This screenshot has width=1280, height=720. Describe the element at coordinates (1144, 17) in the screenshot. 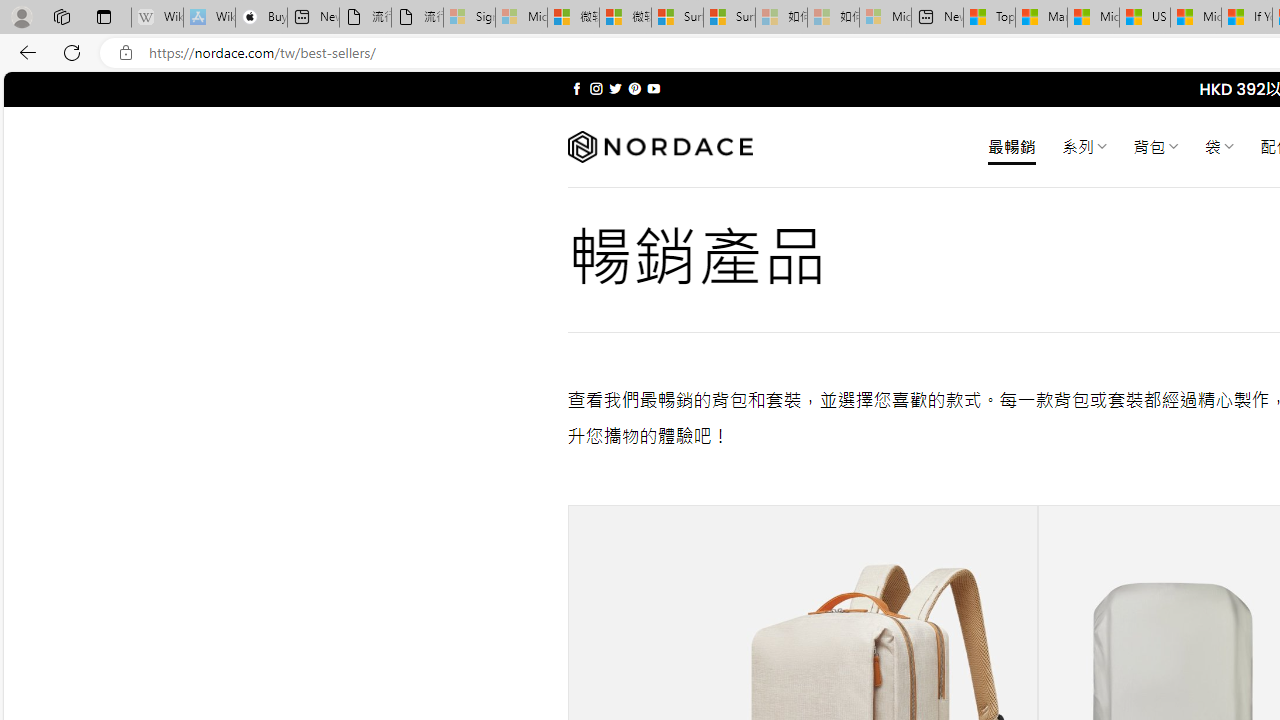

I see `'US Heat Deaths Soared To Record High Last Year'` at that location.